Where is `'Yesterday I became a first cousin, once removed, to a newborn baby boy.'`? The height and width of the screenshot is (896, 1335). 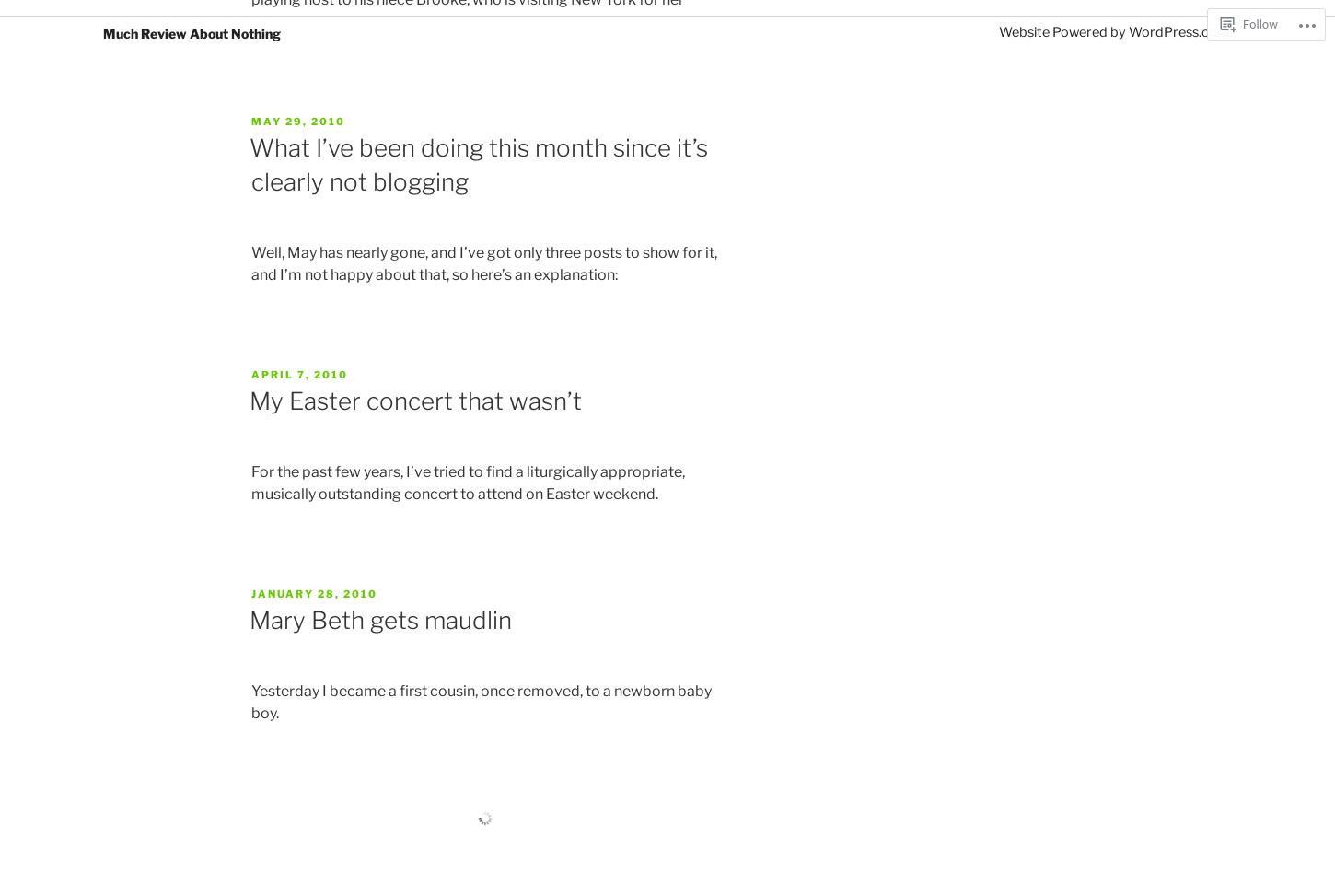 'Yesterday I became a first cousin, once removed, to a newborn baby boy.' is located at coordinates (482, 701).